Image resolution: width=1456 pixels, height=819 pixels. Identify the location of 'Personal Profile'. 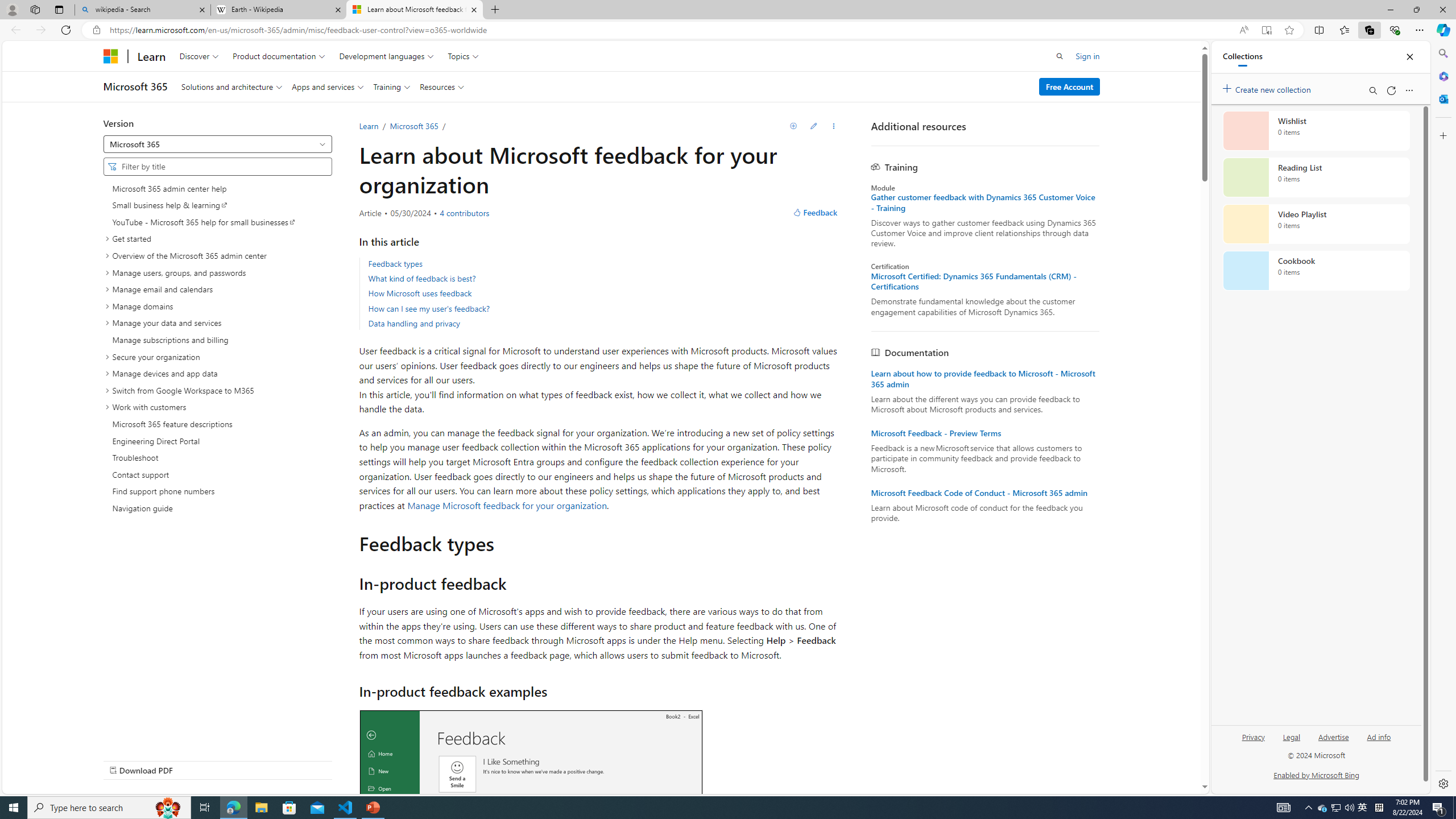
(11, 9).